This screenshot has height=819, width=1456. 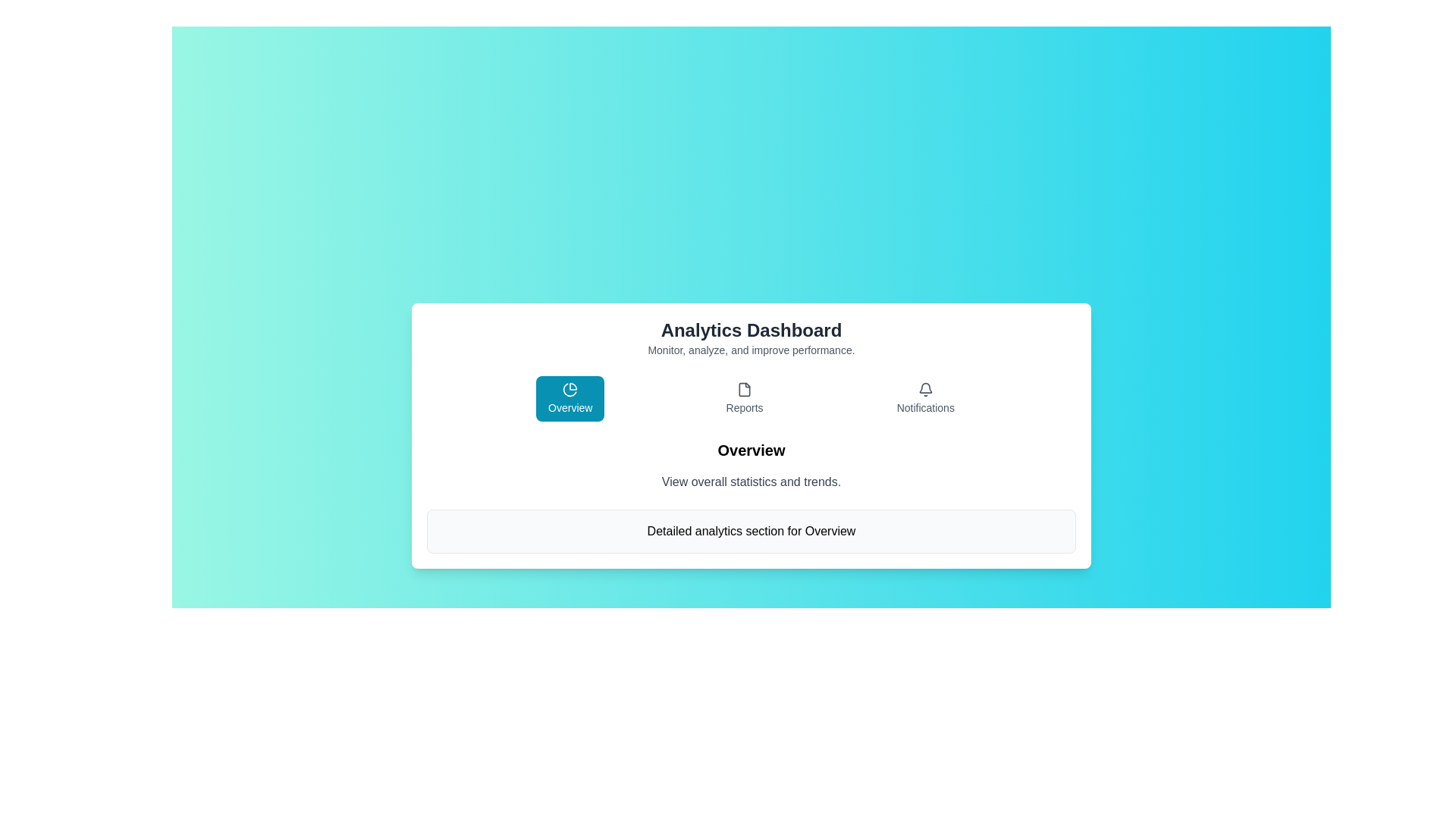 What do you see at coordinates (924, 397) in the screenshot?
I see `the 'Notifications' tab to switch to the notifications view` at bounding box center [924, 397].